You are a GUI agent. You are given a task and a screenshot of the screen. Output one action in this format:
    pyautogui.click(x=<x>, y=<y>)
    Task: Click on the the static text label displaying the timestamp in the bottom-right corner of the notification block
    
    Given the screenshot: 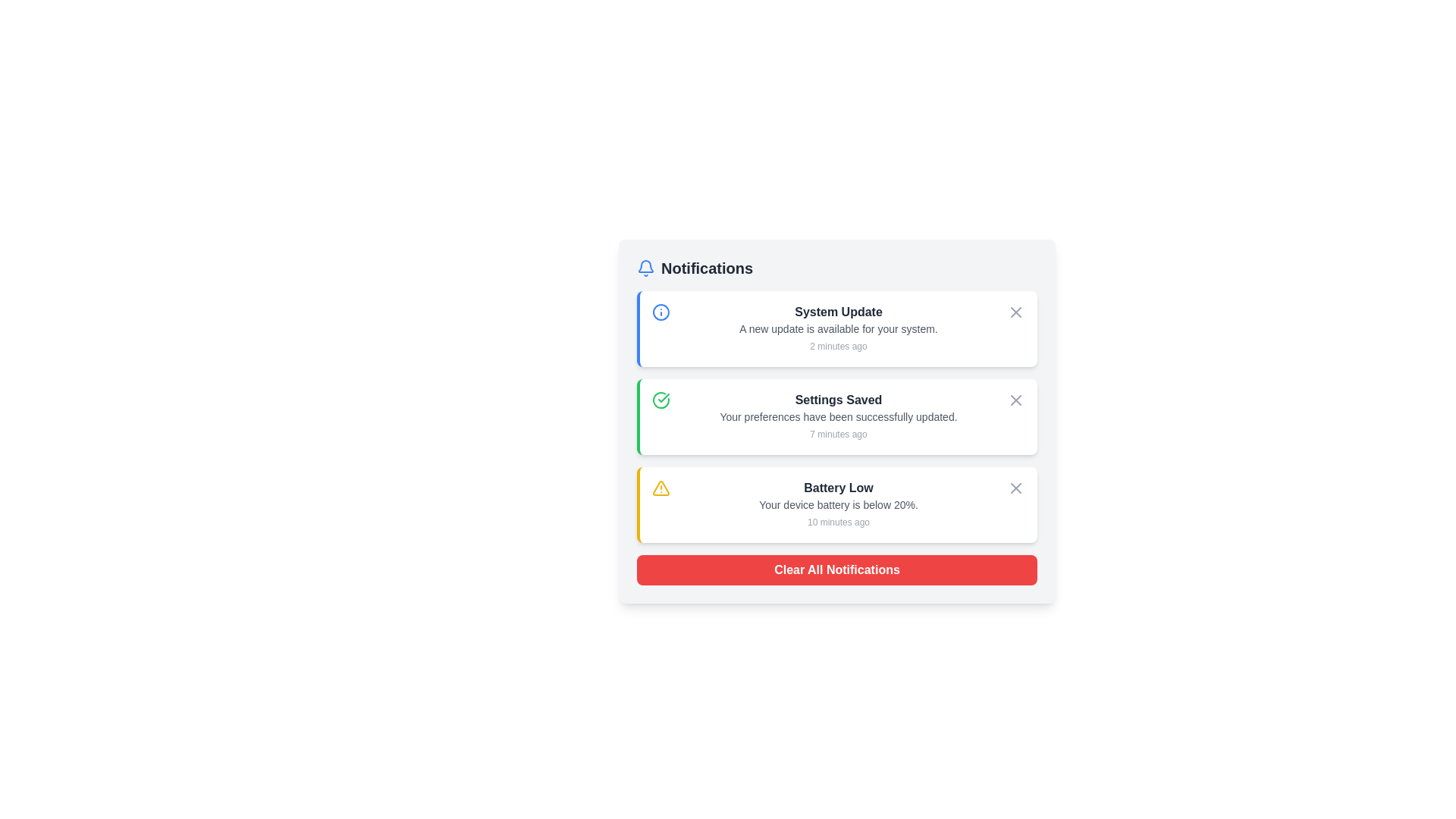 What is the action you would take?
    pyautogui.click(x=837, y=435)
    